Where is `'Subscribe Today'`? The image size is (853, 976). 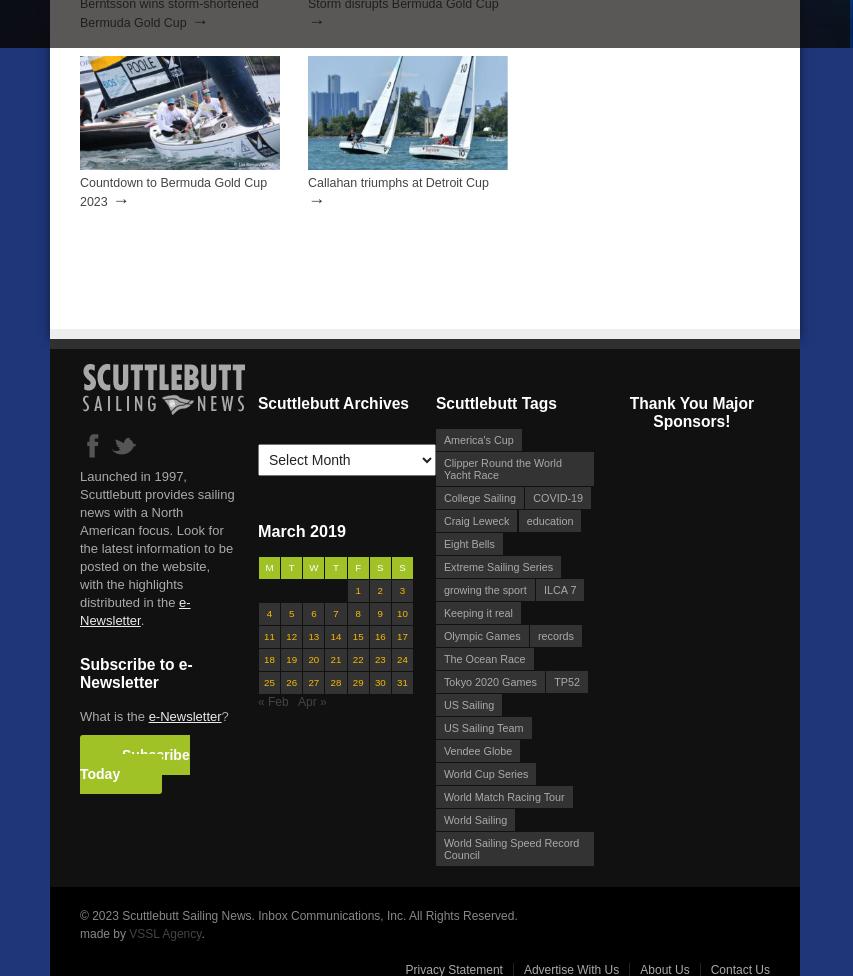
'Subscribe Today' is located at coordinates (79, 763).